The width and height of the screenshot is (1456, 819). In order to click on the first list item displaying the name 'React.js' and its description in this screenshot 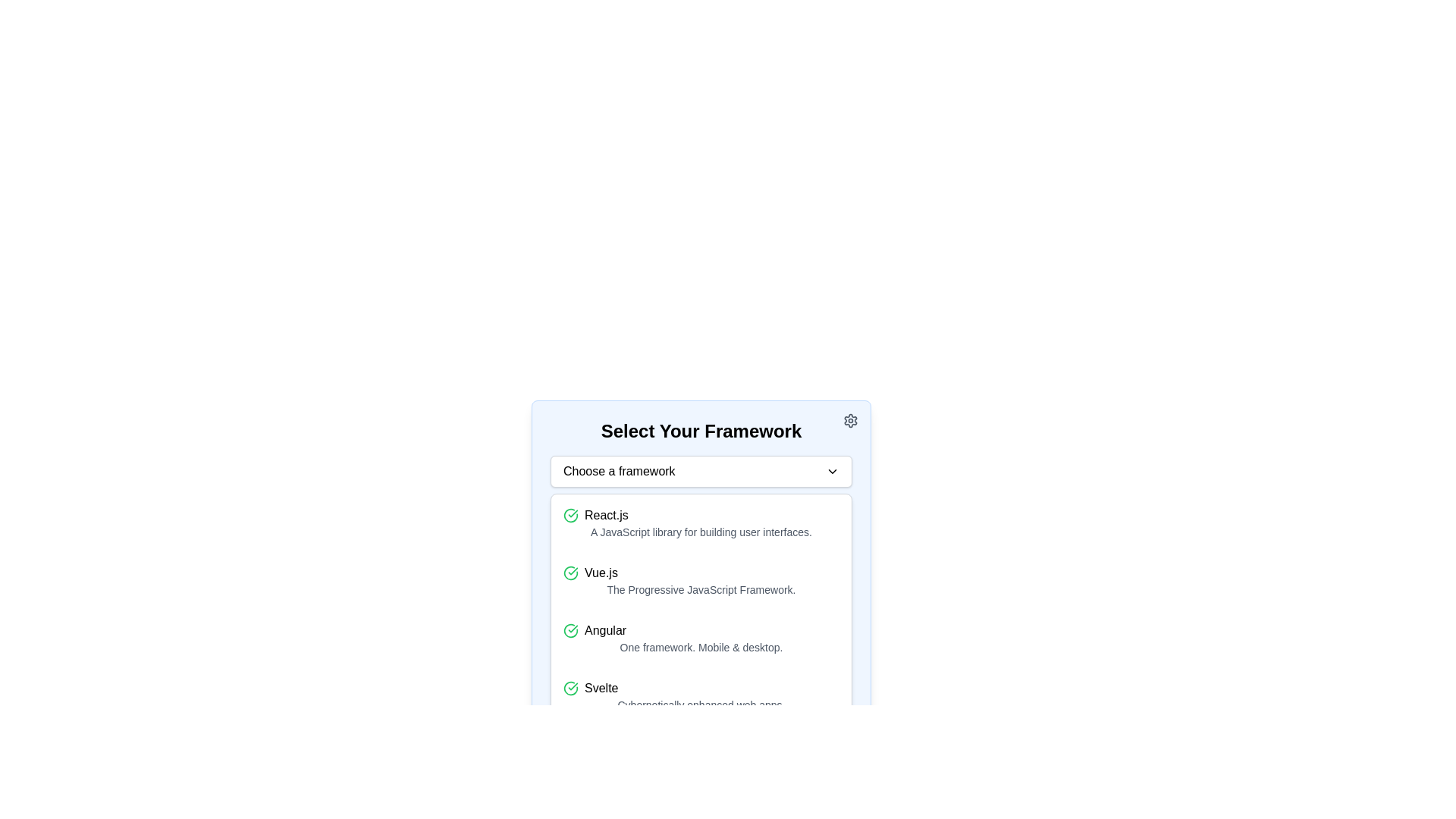, I will do `click(701, 522)`.